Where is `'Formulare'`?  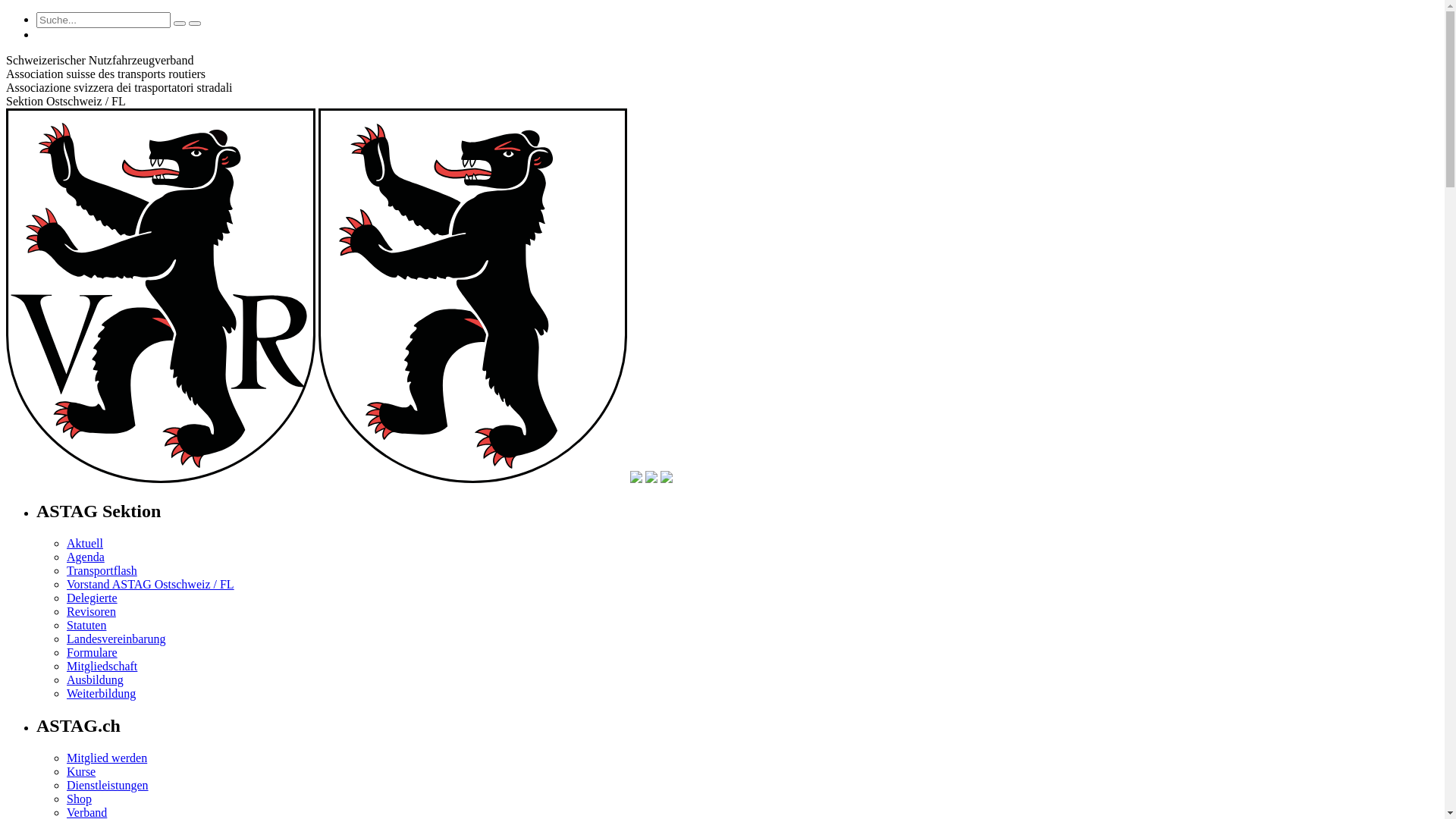
'Formulare' is located at coordinates (91, 651).